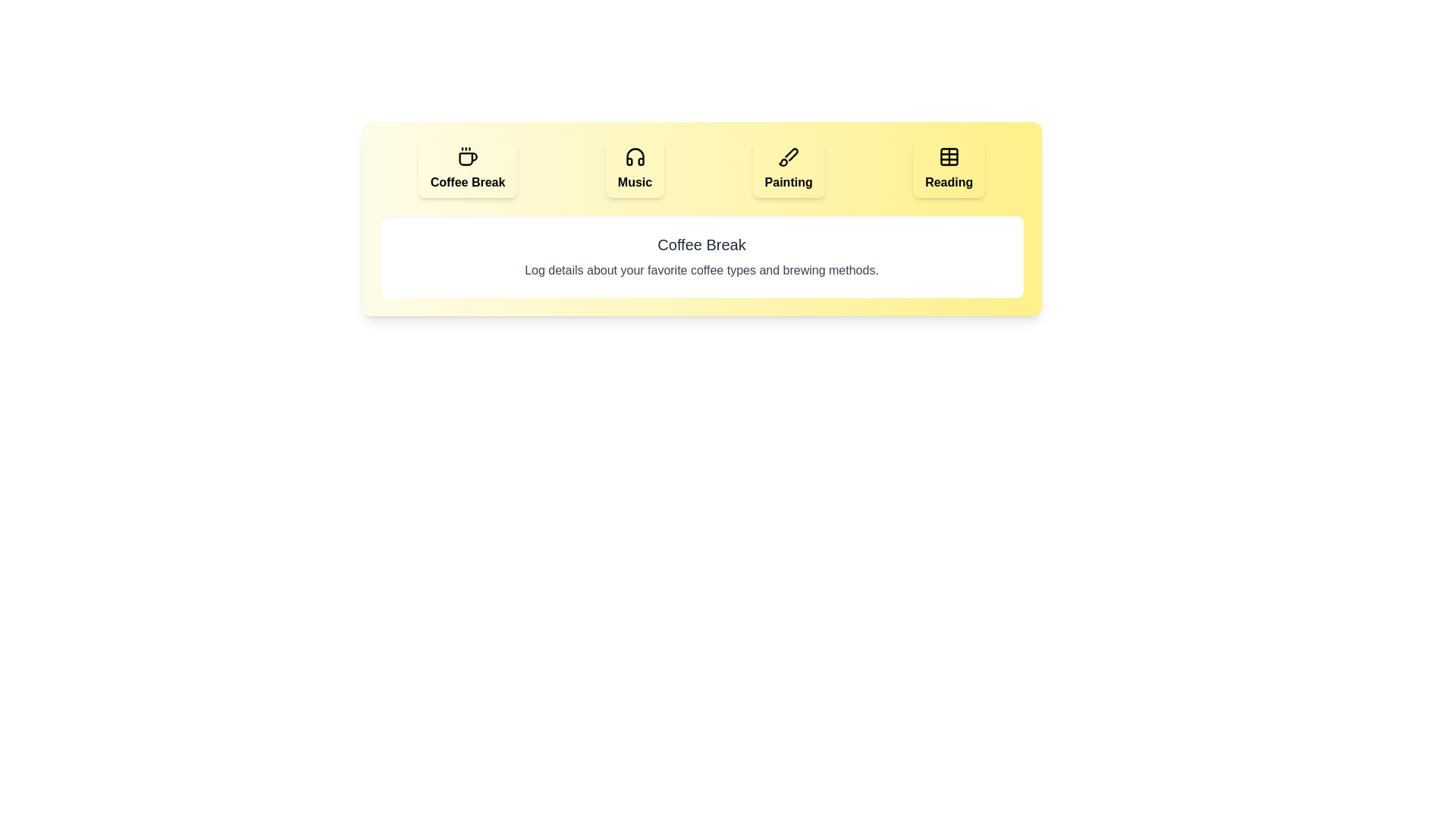 The width and height of the screenshot is (1456, 819). What do you see at coordinates (467, 157) in the screenshot?
I see `the 'Coffee Break' SVG icon located at the leftmost position in the selection widget` at bounding box center [467, 157].